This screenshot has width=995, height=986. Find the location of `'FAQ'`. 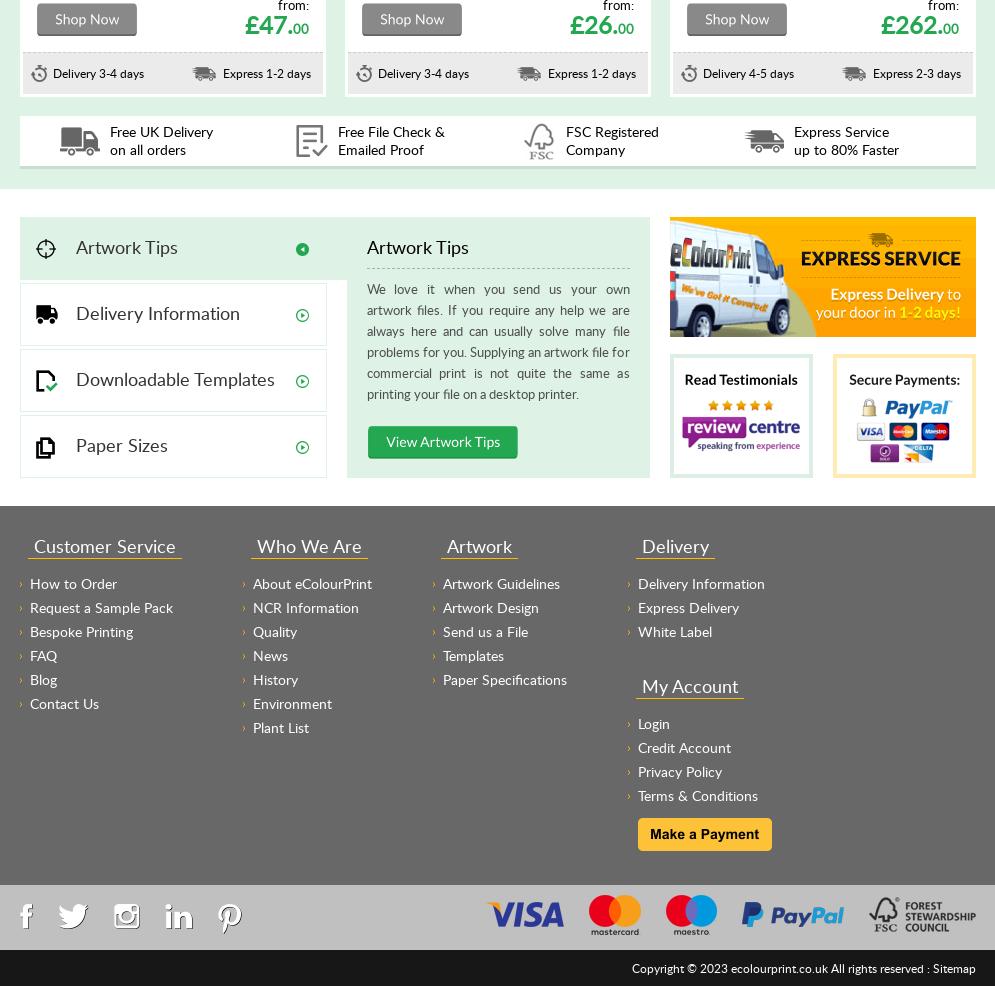

'FAQ' is located at coordinates (41, 655).